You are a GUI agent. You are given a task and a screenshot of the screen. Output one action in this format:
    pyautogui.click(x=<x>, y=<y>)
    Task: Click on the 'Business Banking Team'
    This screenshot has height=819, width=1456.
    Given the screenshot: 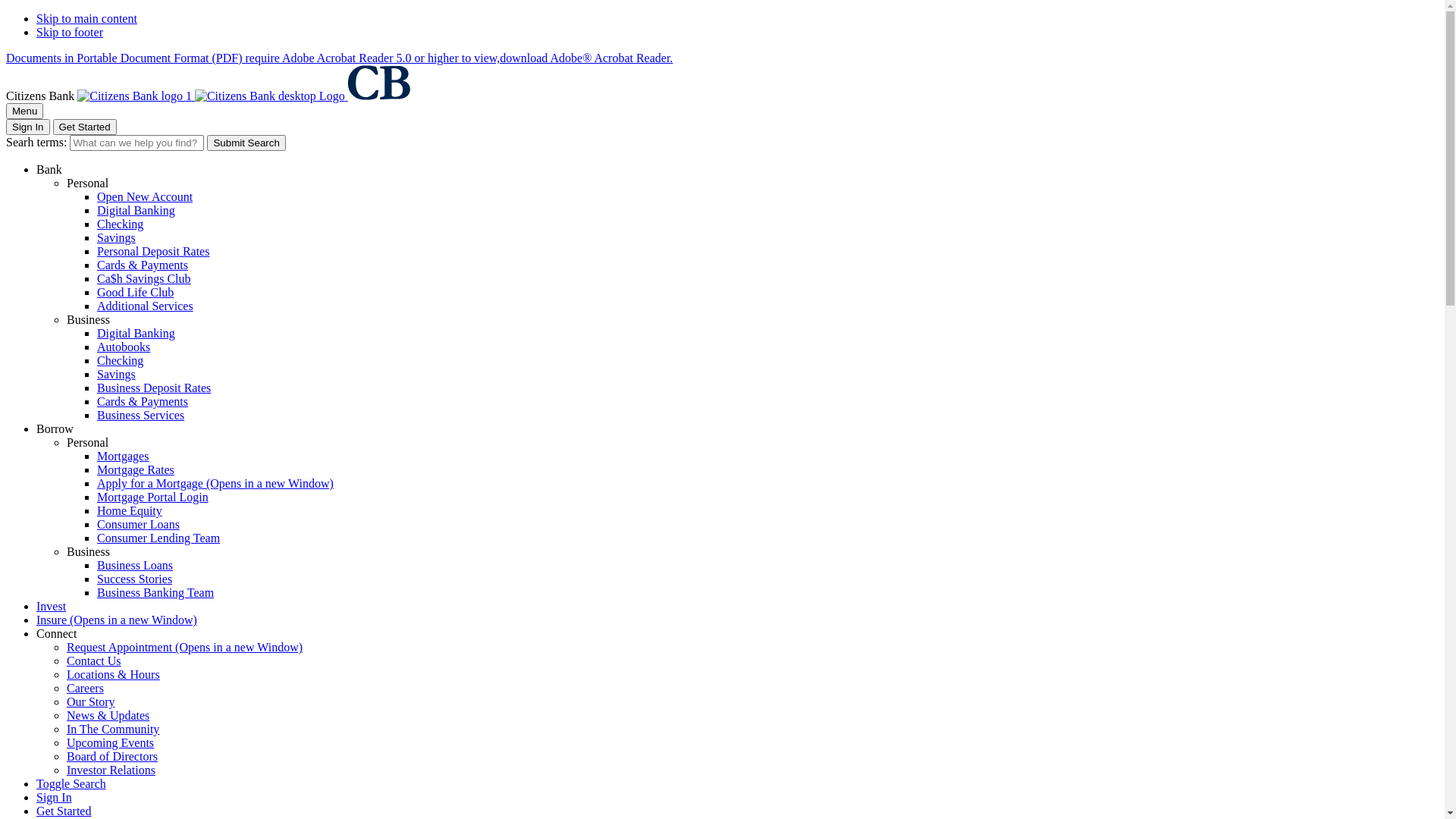 What is the action you would take?
    pyautogui.click(x=155, y=591)
    